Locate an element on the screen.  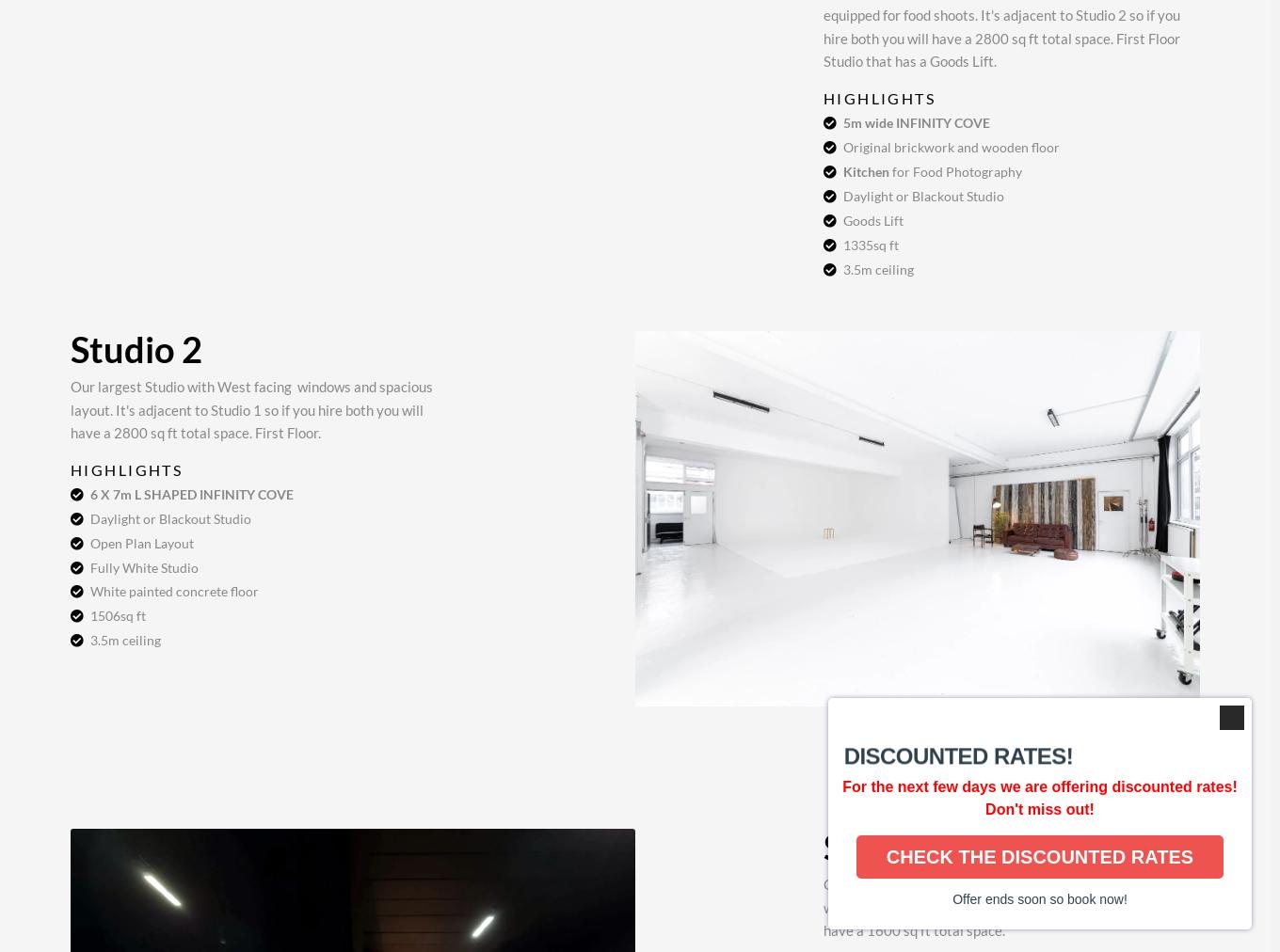
'White painted concrete floor' is located at coordinates (173, 590).